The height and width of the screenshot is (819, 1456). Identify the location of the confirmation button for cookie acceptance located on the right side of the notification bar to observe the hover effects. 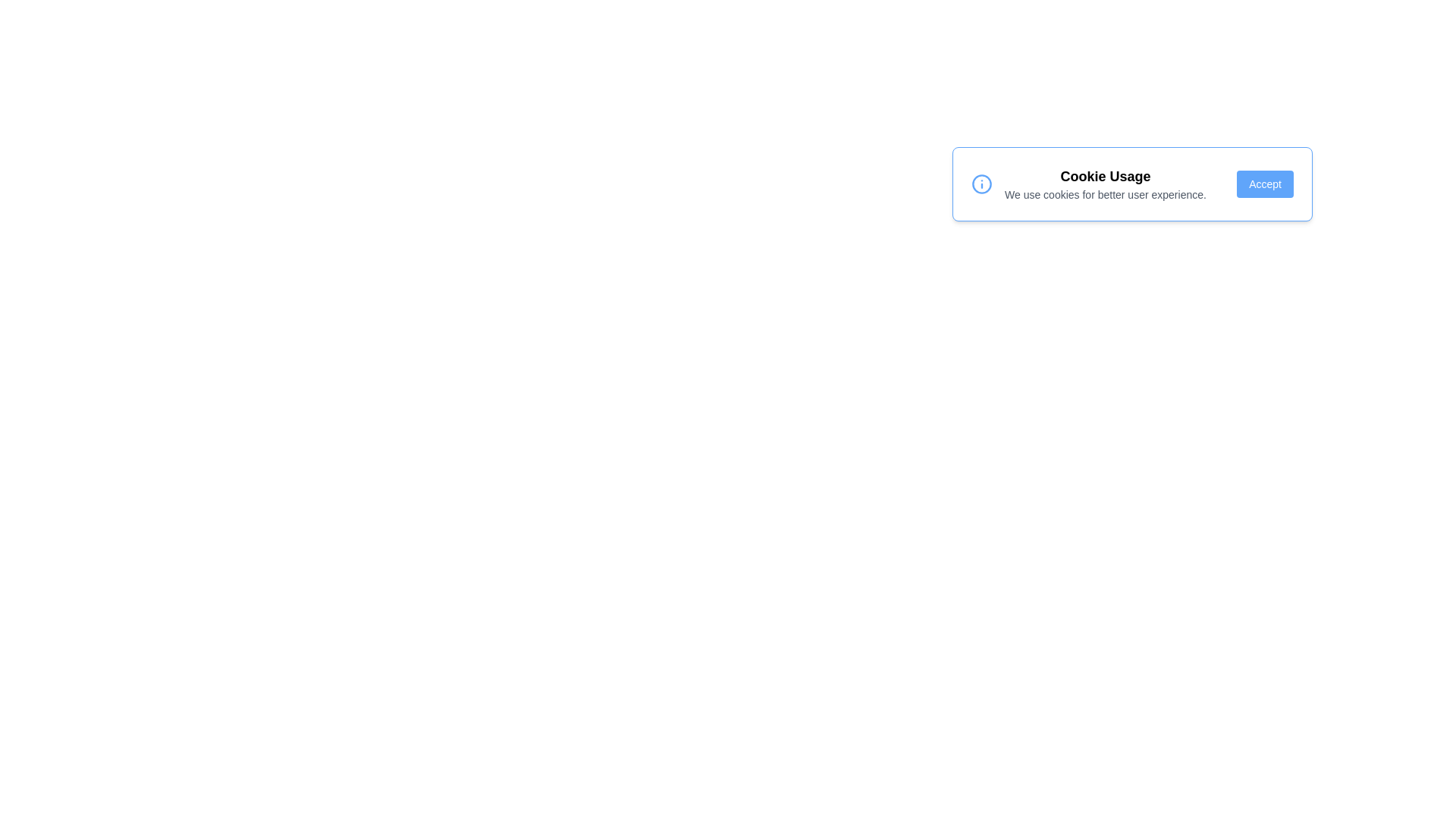
(1265, 184).